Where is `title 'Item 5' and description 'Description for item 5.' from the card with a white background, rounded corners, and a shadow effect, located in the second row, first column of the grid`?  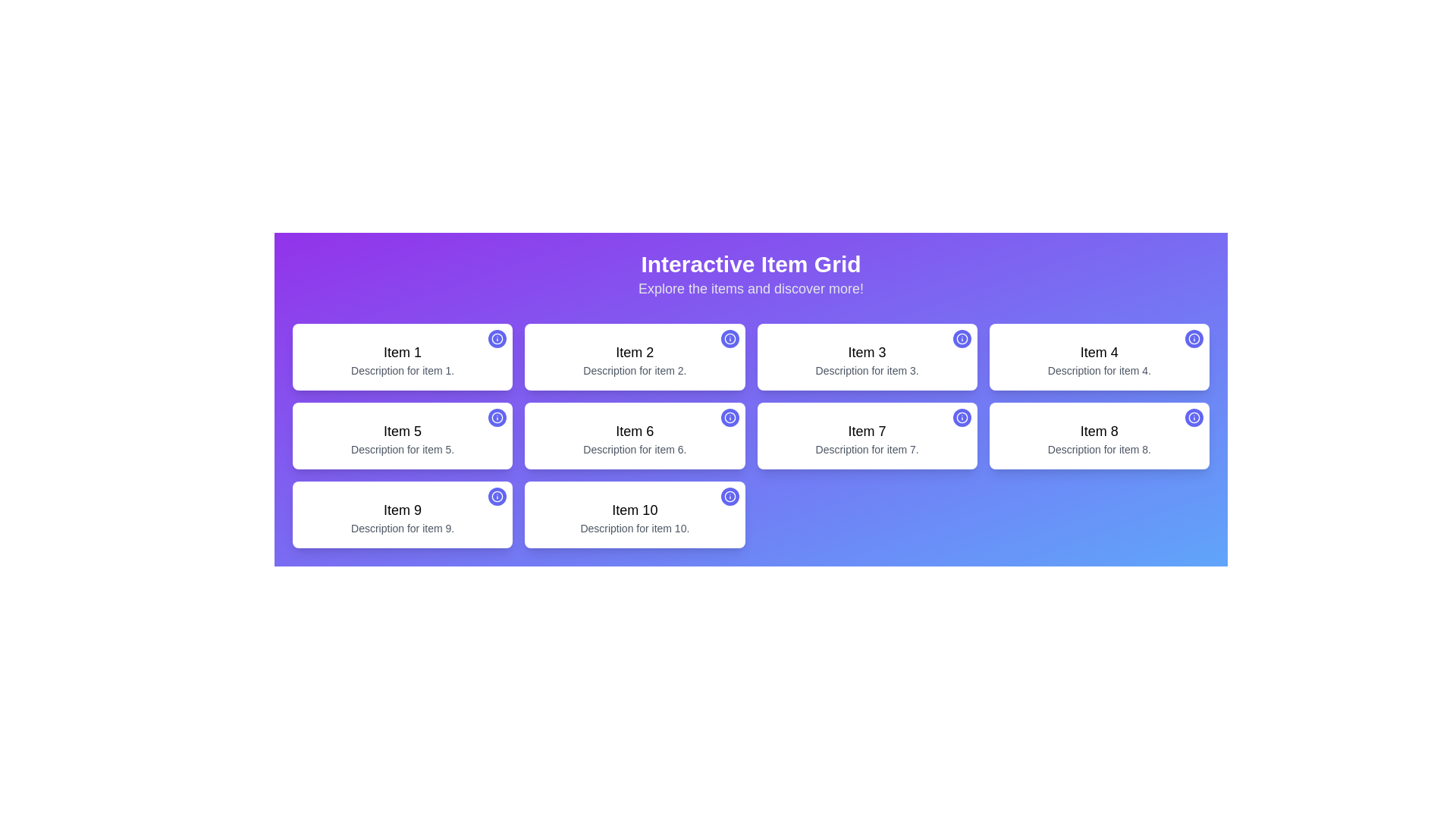 title 'Item 5' and description 'Description for item 5.' from the card with a white background, rounded corners, and a shadow effect, located in the second row, first column of the grid is located at coordinates (403, 435).